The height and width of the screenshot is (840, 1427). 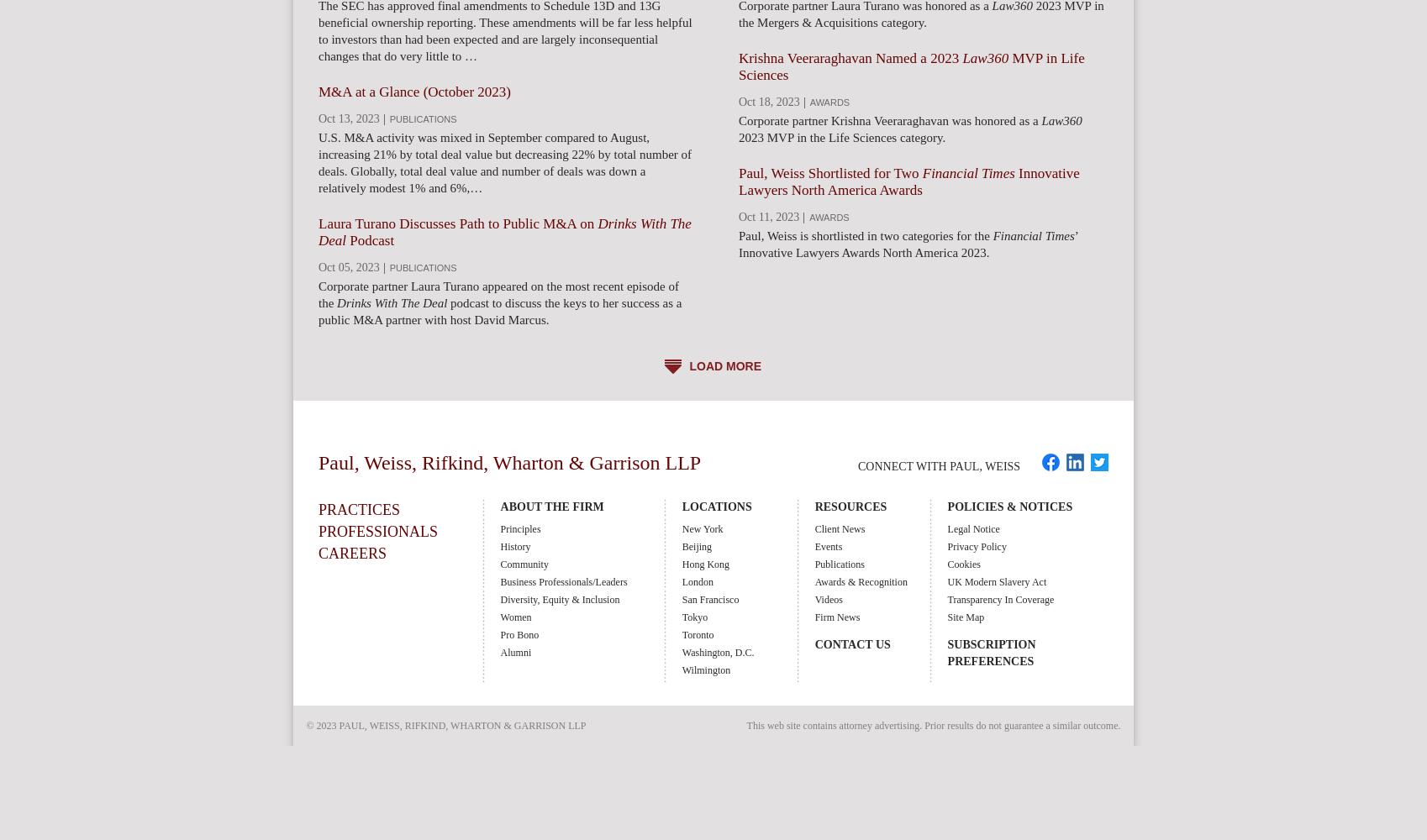 What do you see at coordinates (523, 564) in the screenshot?
I see `'Community'` at bounding box center [523, 564].